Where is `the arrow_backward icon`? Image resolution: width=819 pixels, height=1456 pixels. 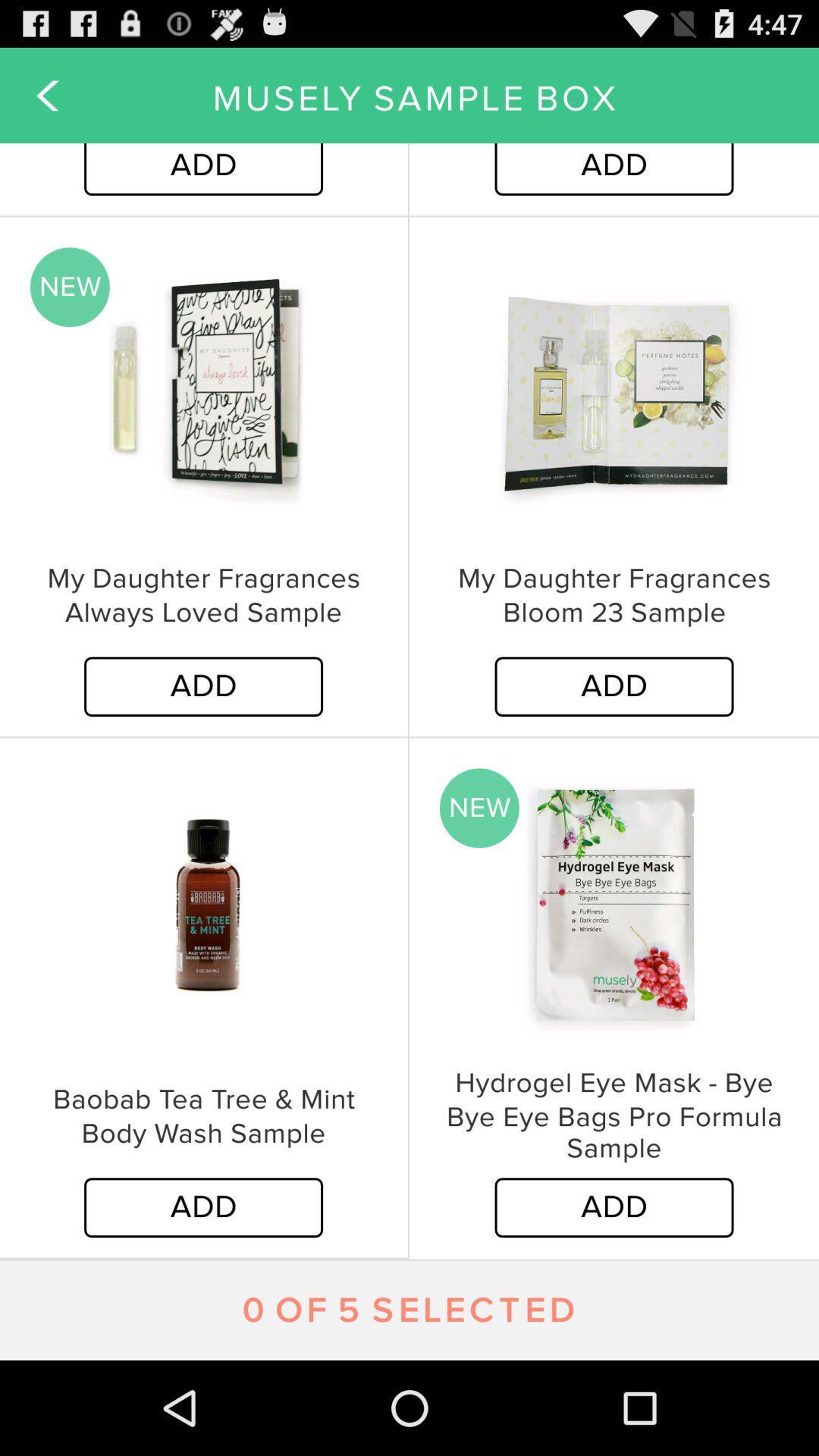
the arrow_backward icon is located at coordinates (46, 101).